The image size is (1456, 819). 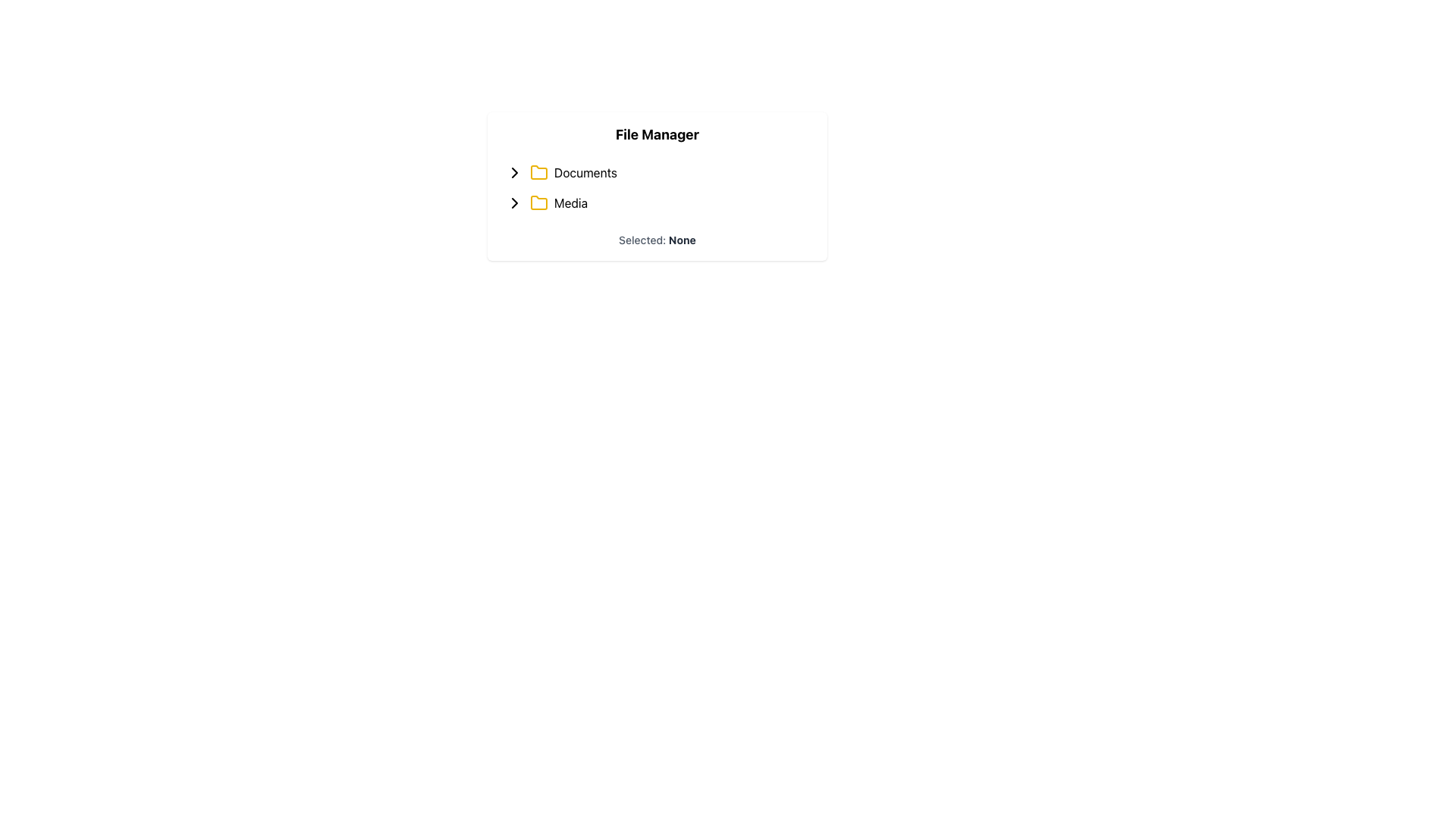 I want to click on the leftmost Chevron (right-pointing) icon in the 'Media' row of the file manager, so click(x=514, y=202).